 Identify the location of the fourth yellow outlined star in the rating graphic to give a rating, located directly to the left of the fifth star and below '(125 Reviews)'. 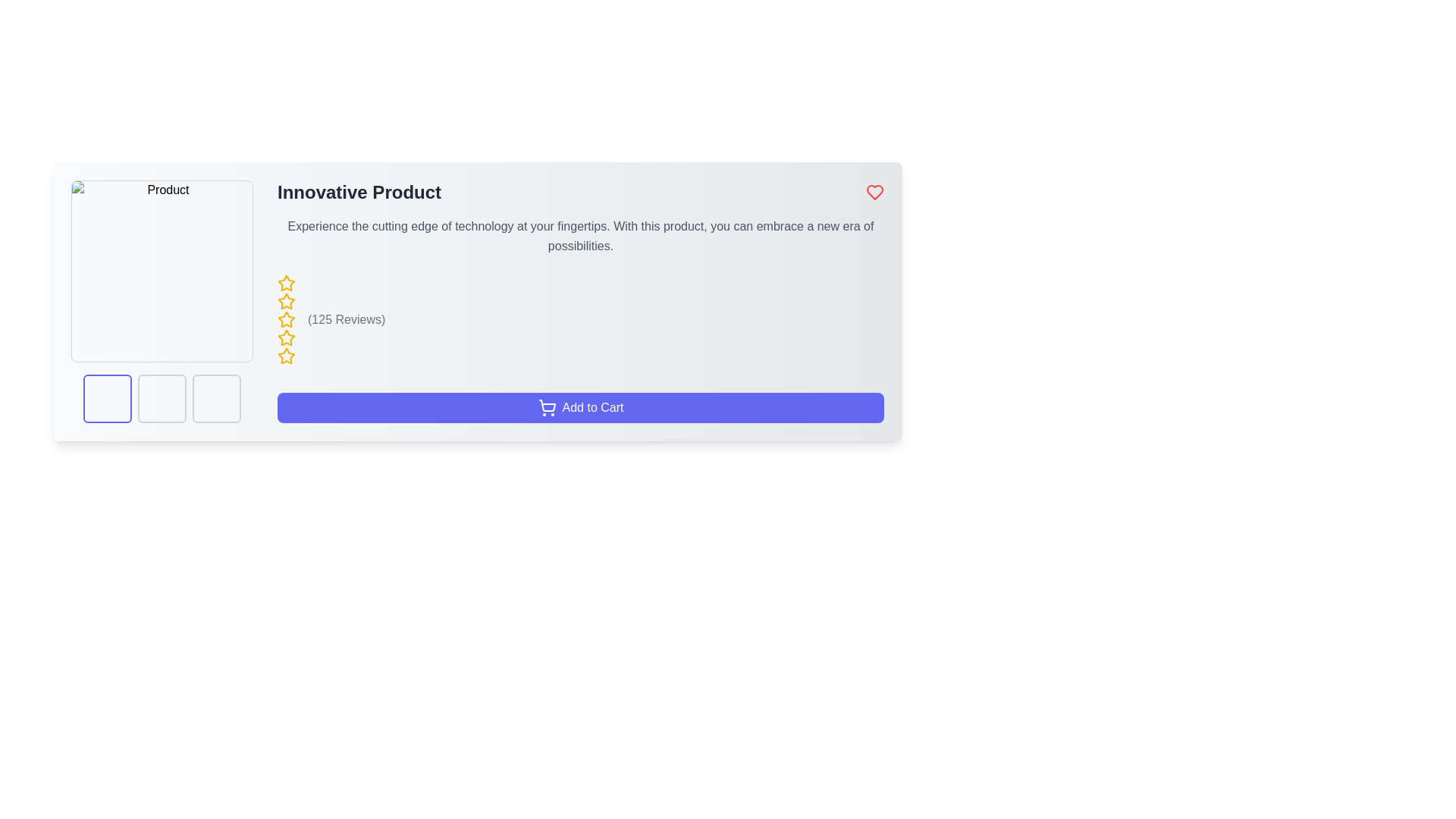
(287, 356).